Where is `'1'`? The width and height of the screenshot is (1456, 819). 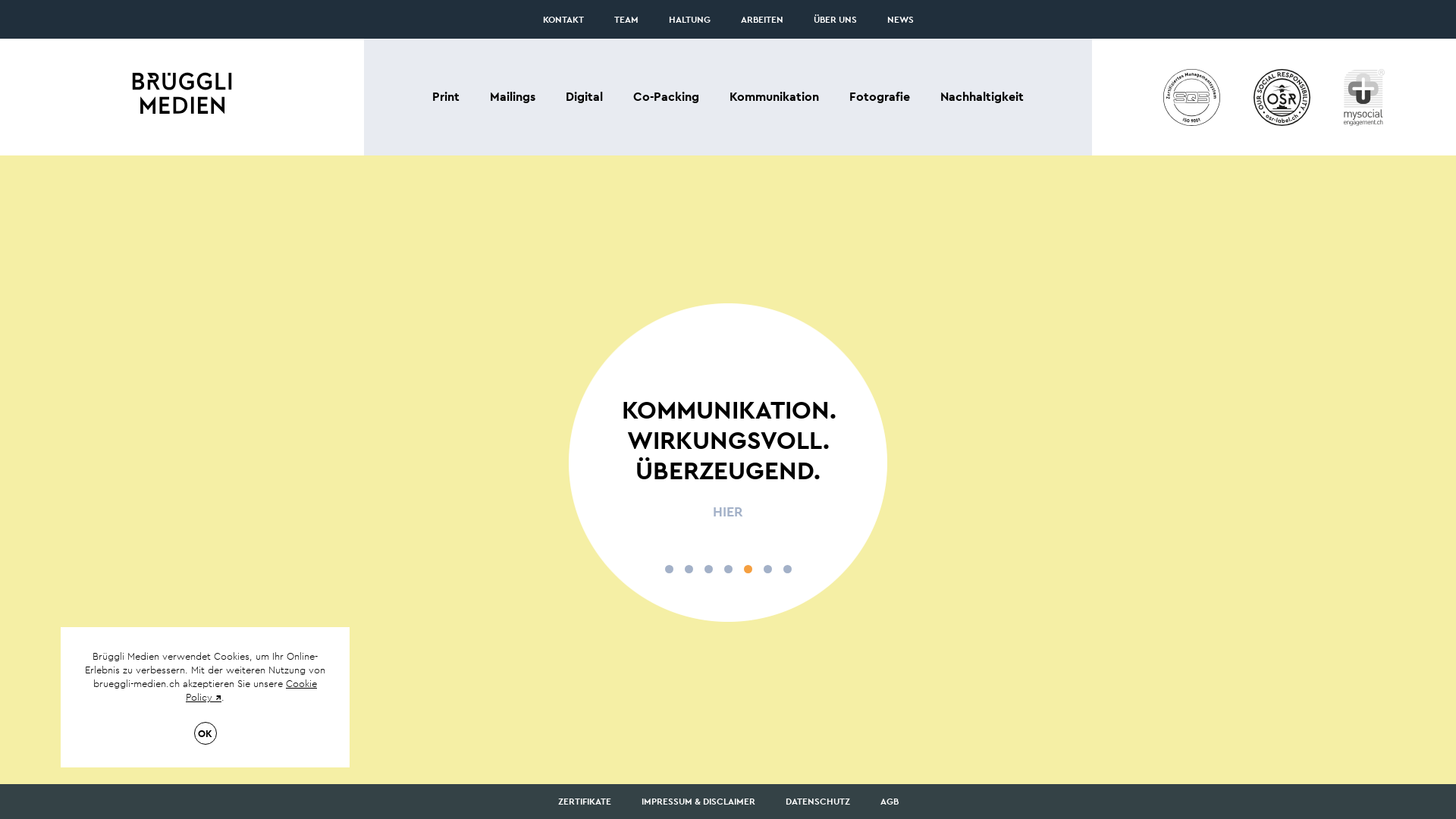 '1' is located at coordinates (667, 569).